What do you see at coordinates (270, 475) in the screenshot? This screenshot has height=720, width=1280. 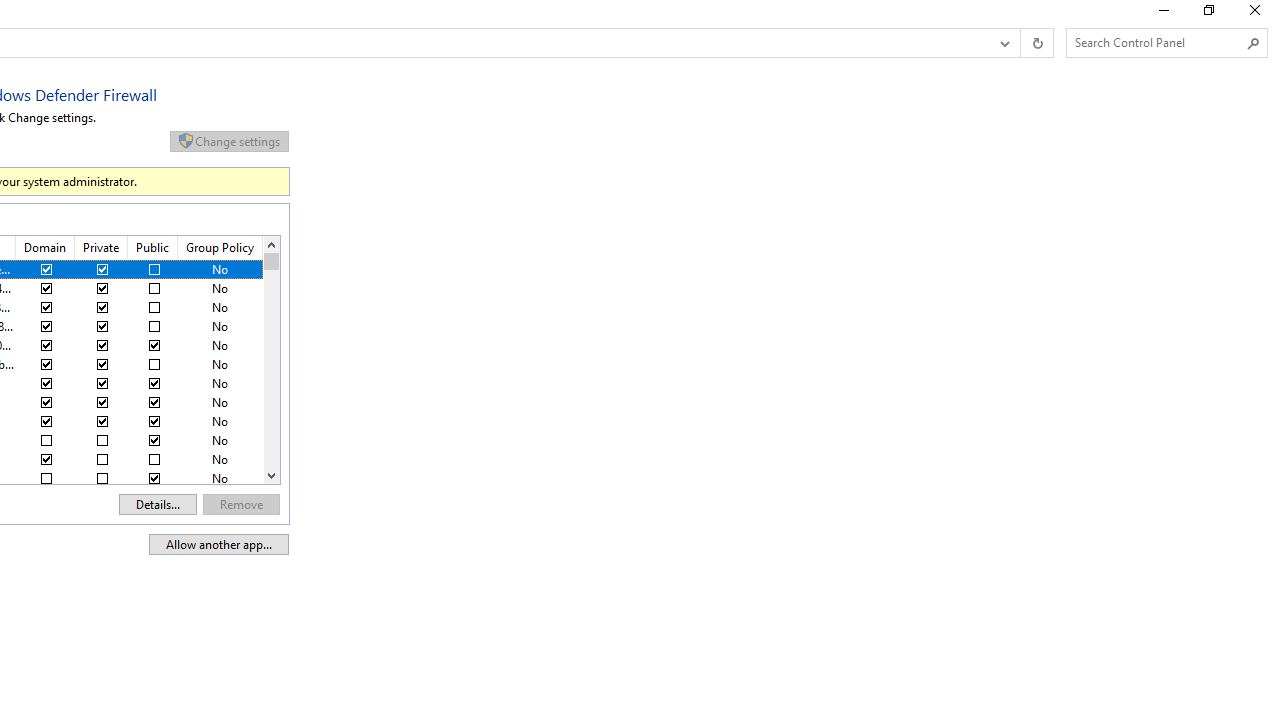 I see `'Line down'` at bounding box center [270, 475].